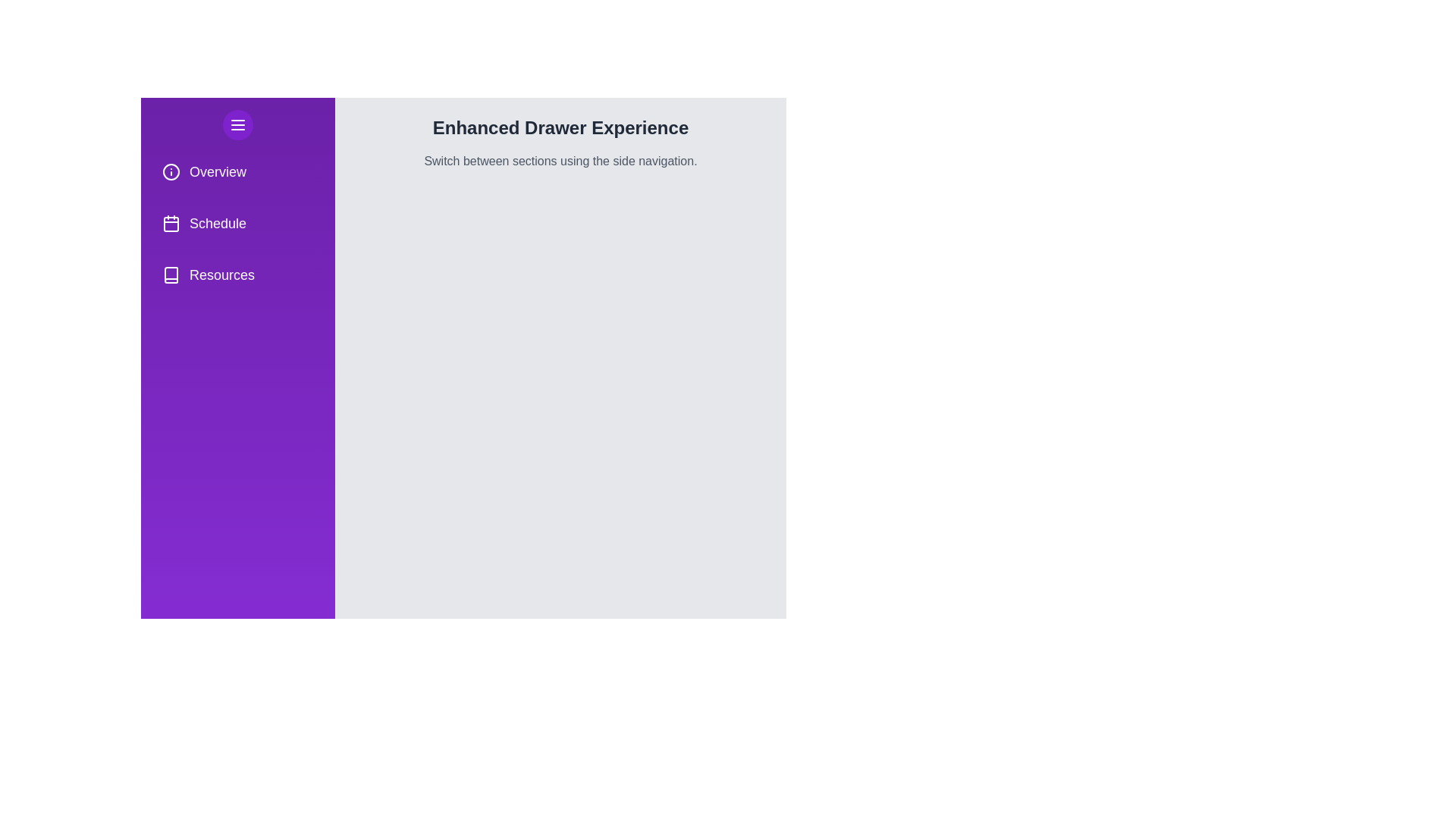 The width and height of the screenshot is (1456, 819). I want to click on the menu item Overview to observe visual feedback, so click(237, 171).